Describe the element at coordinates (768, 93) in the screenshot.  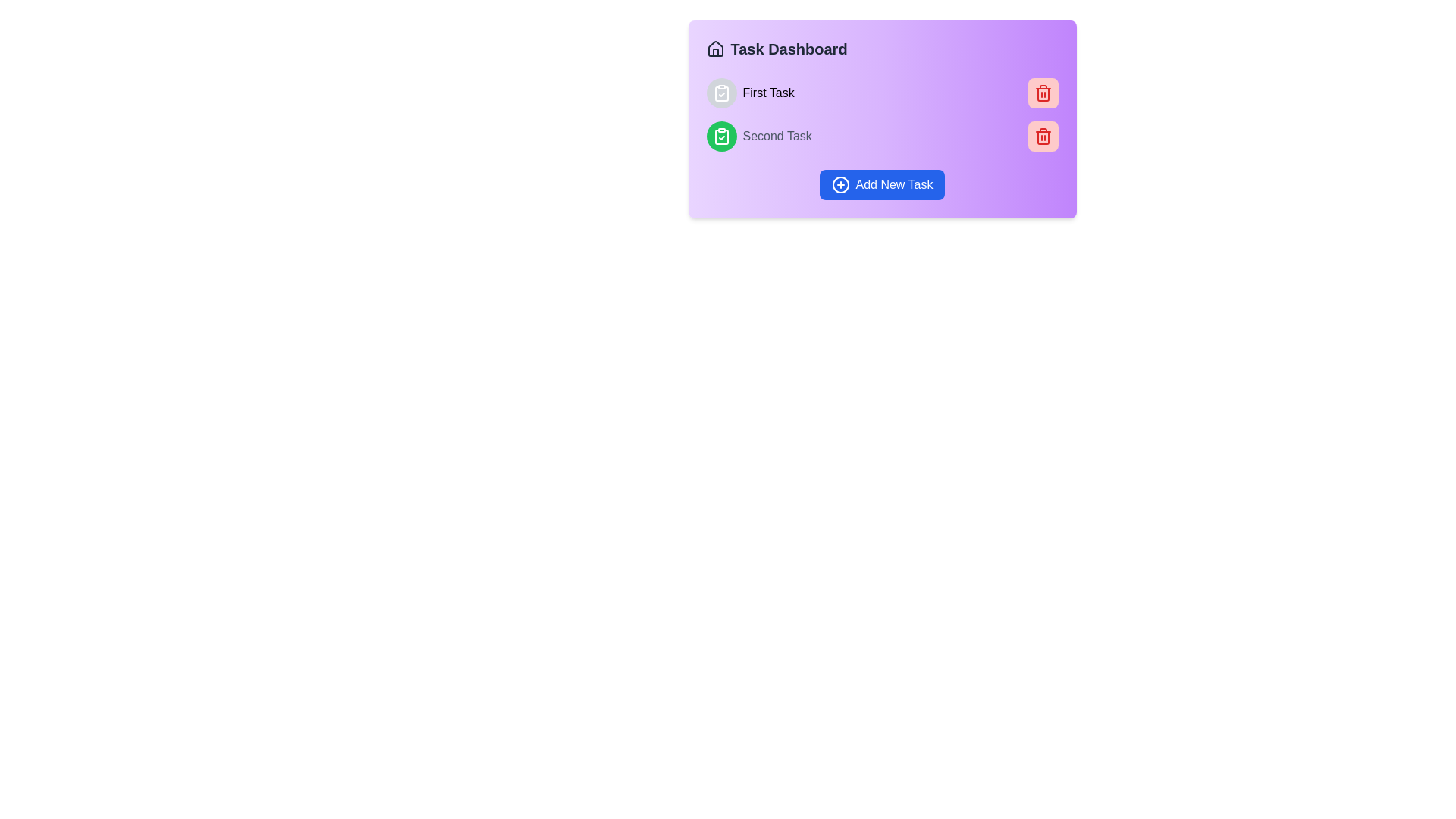
I see `the 'First Task' text label in the task dashboard interface` at that location.